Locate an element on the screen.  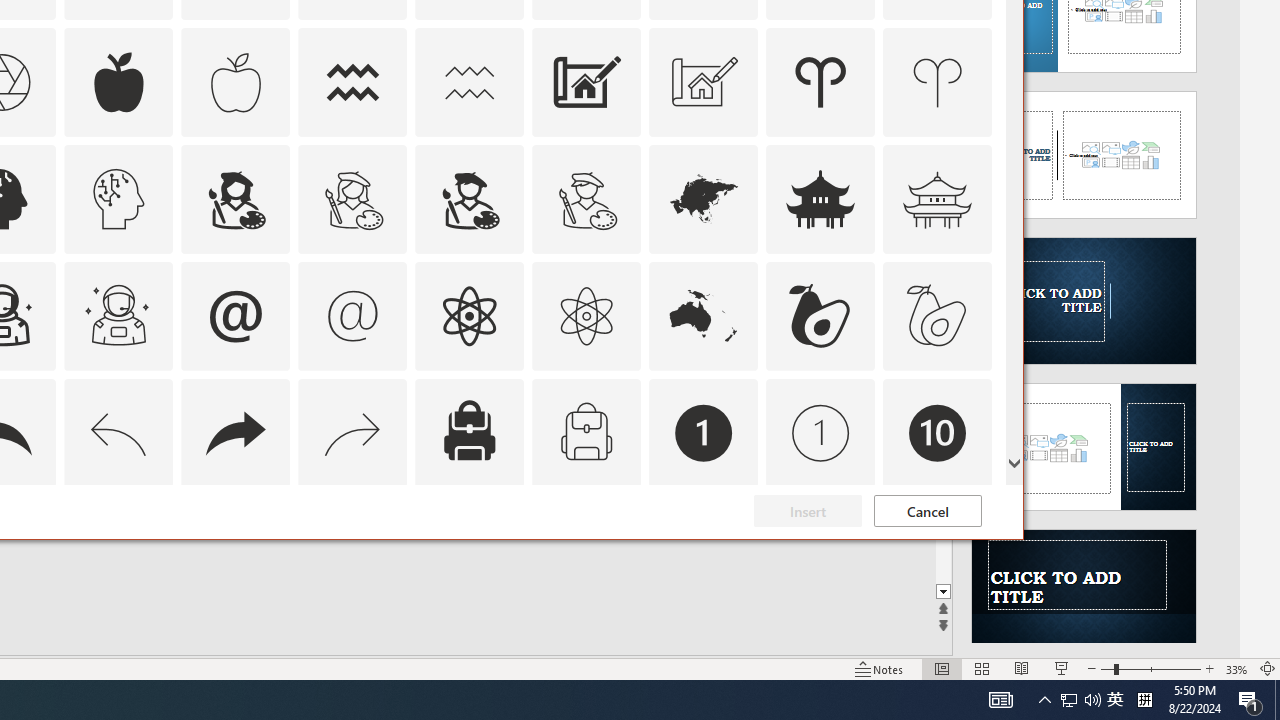
'Action Center, 1 new notification' is located at coordinates (1250, 698).